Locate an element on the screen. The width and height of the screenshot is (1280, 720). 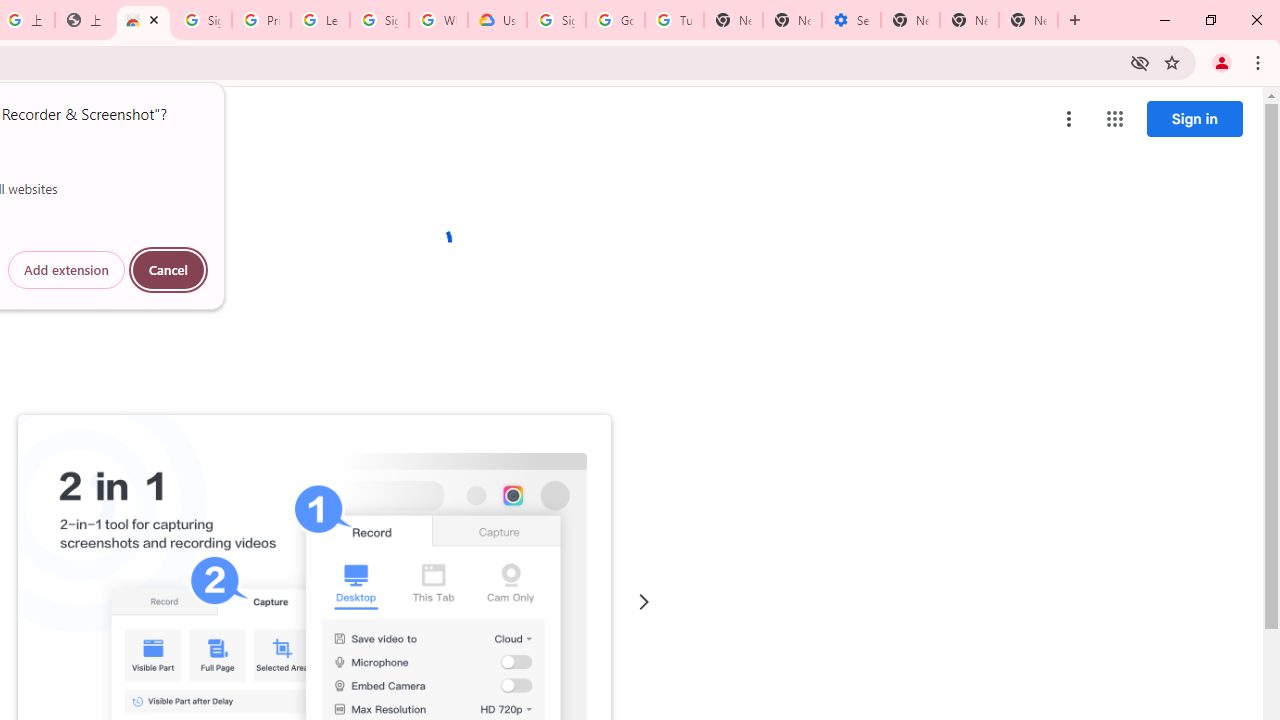
'Turn cookies on or off - Computer - Google Account Help' is located at coordinates (674, 20).